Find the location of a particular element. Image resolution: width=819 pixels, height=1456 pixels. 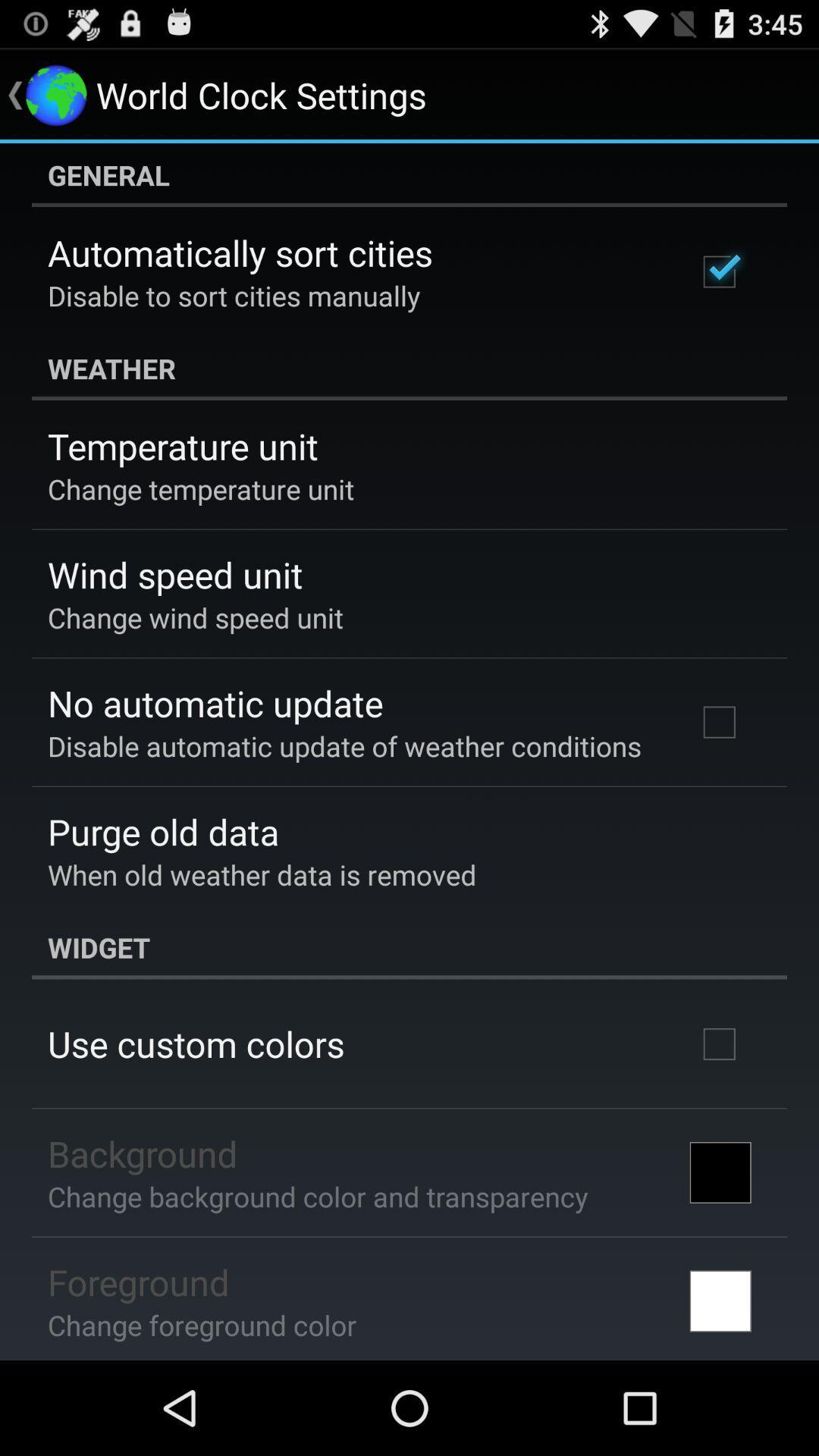

app below the when old weather item is located at coordinates (409, 946).